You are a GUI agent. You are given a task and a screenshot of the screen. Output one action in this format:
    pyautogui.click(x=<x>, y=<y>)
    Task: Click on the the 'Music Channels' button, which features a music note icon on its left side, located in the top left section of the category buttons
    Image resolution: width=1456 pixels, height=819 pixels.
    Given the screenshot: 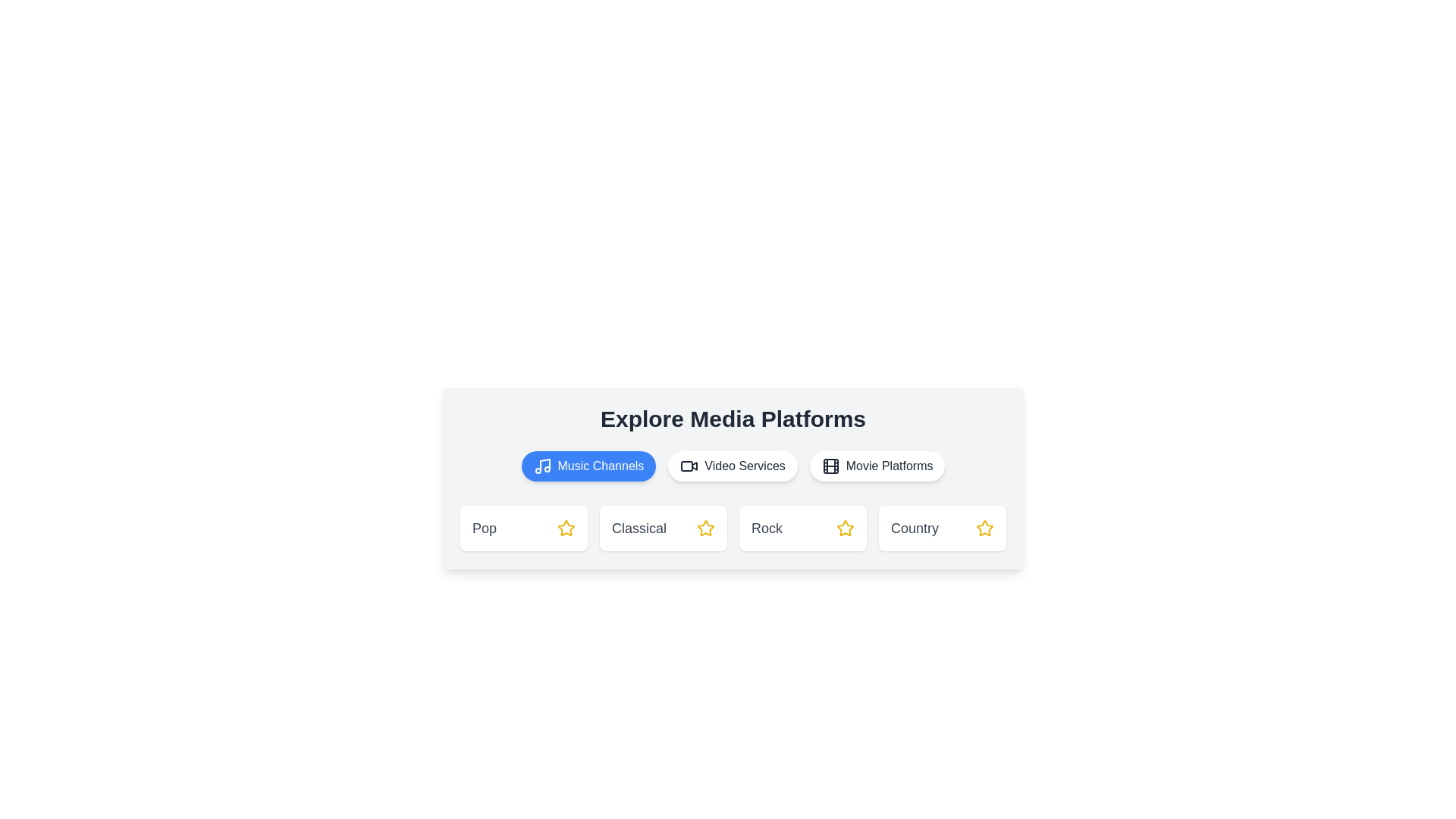 What is the action you would take?
    pyautogui.click(x=542, y=465)
    